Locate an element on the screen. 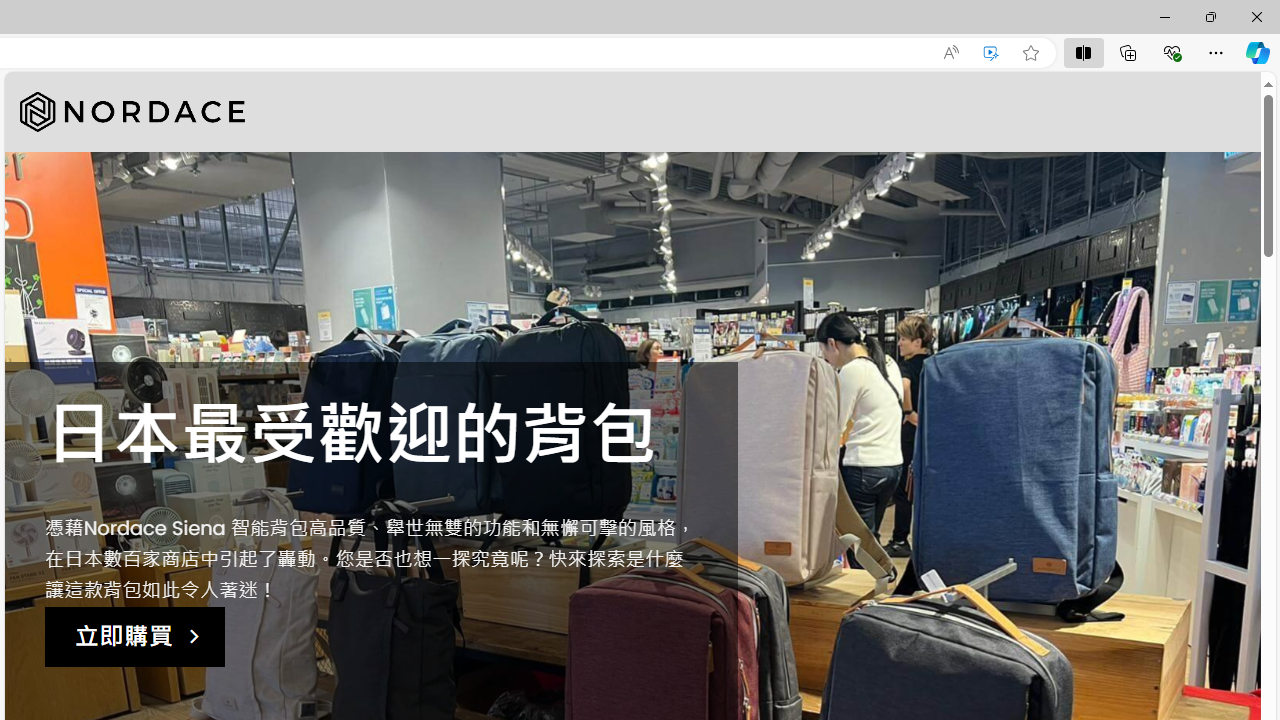  'Collections' is located at coordinates (1128, 51).